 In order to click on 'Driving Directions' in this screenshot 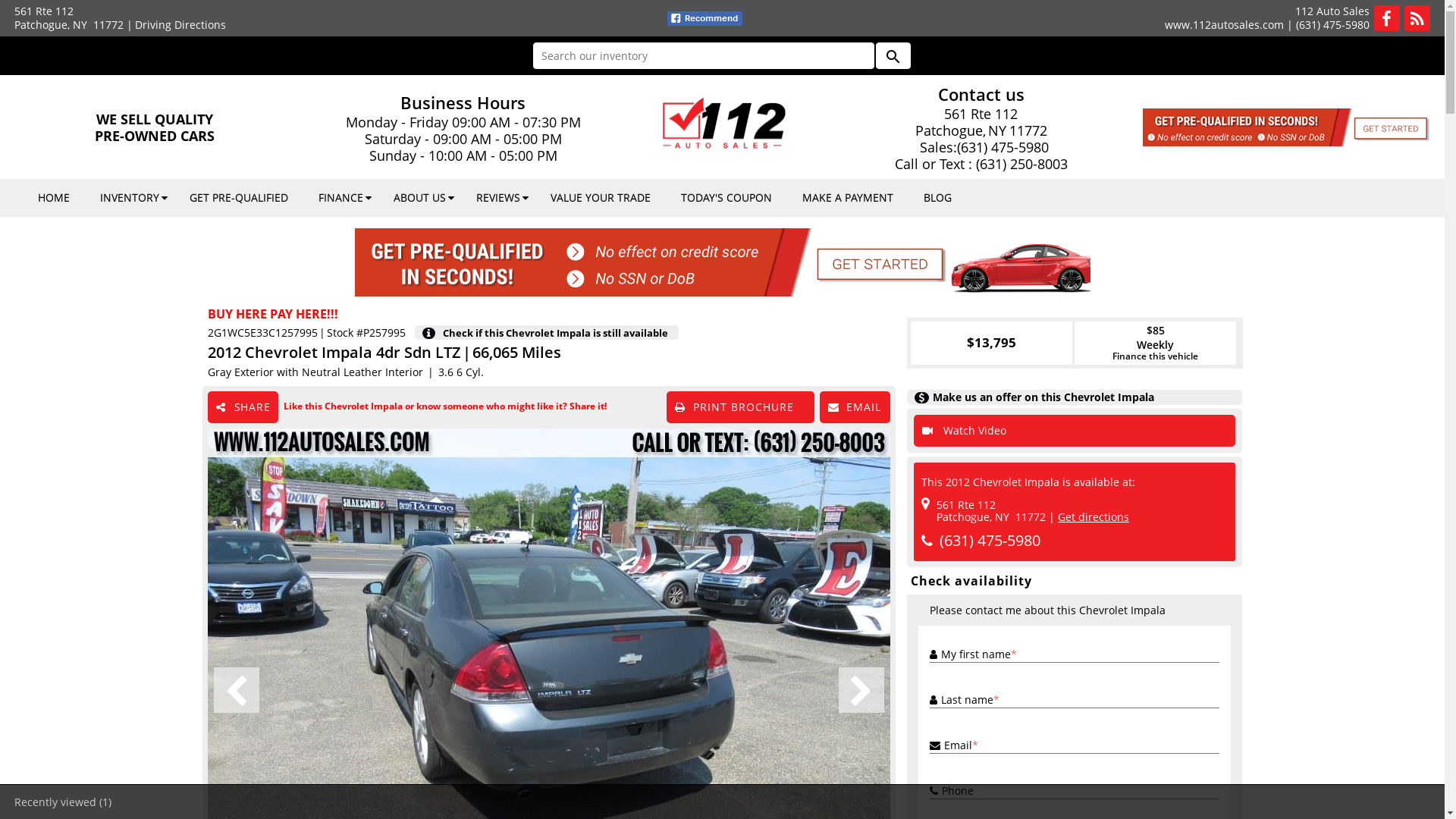, I will do `click(180, 24)`.